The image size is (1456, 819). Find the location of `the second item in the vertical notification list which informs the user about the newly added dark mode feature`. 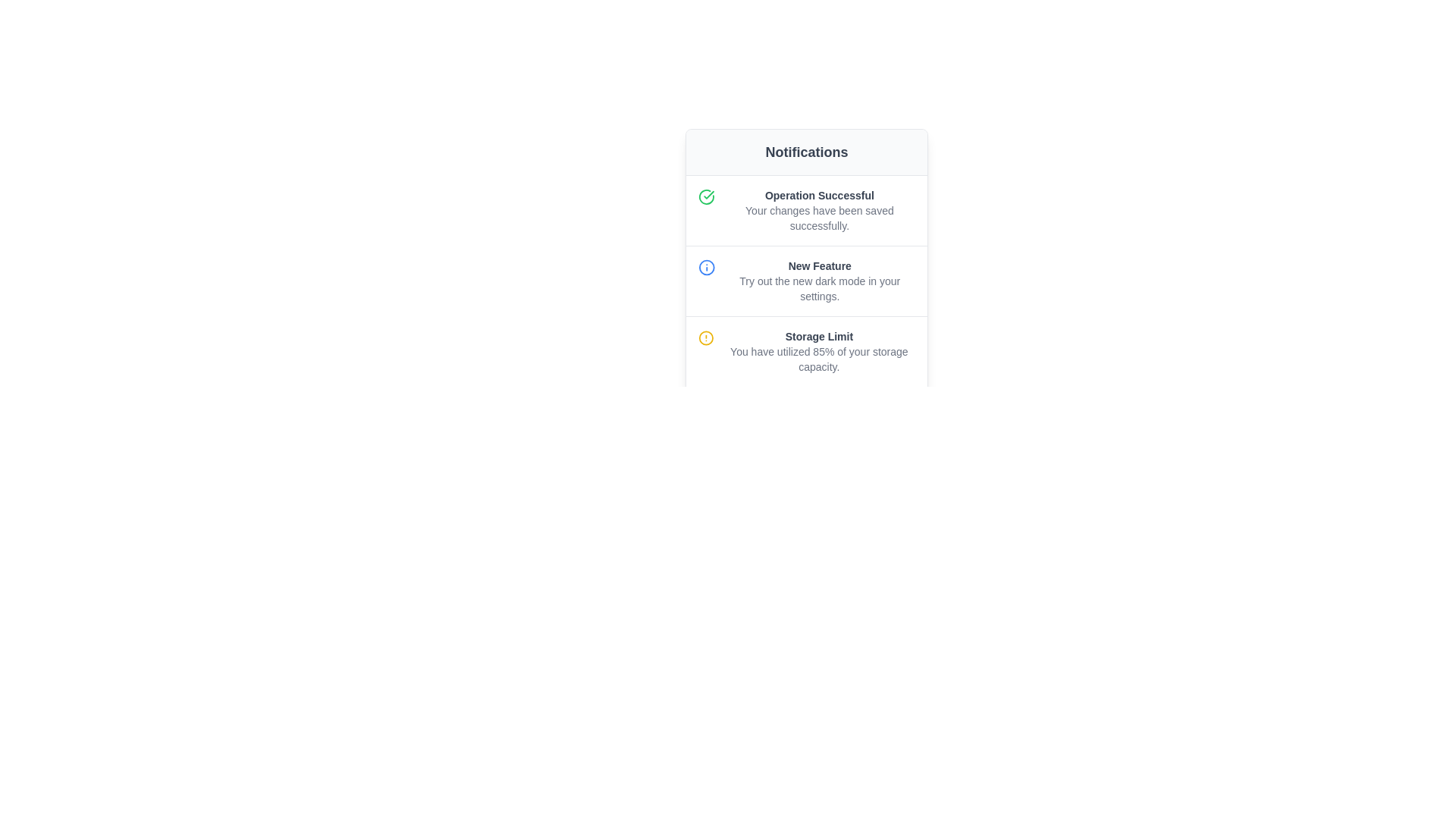

the second item in the vertical notification list which informs the user about the newly added dark mode feature is located at coordinates (806, 281).